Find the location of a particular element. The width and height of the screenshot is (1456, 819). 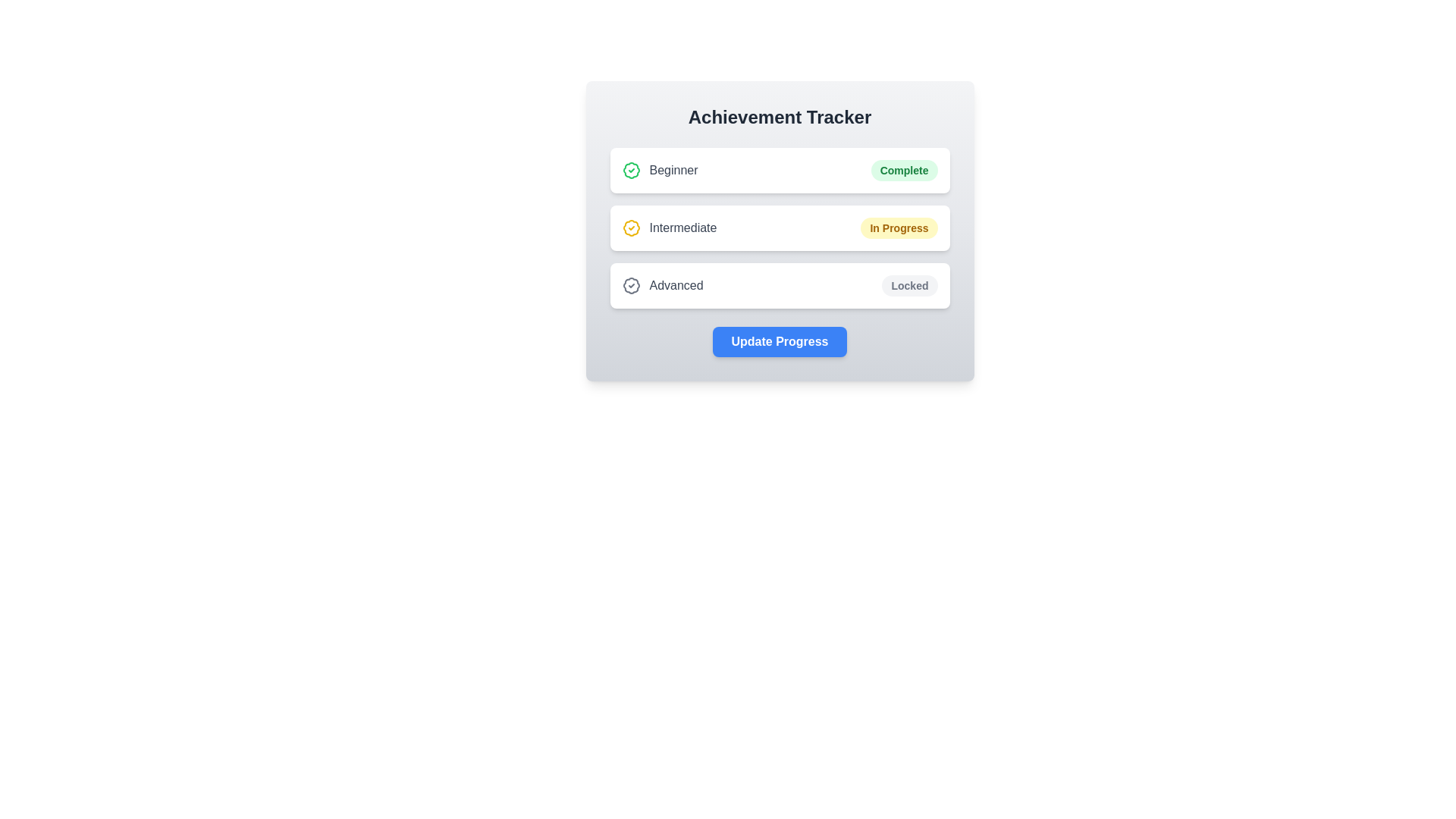

the circular badge-like icon that is part of an SVG group, positioned near the 'Advanced' label in the interface is located at coordinates (631, 286).